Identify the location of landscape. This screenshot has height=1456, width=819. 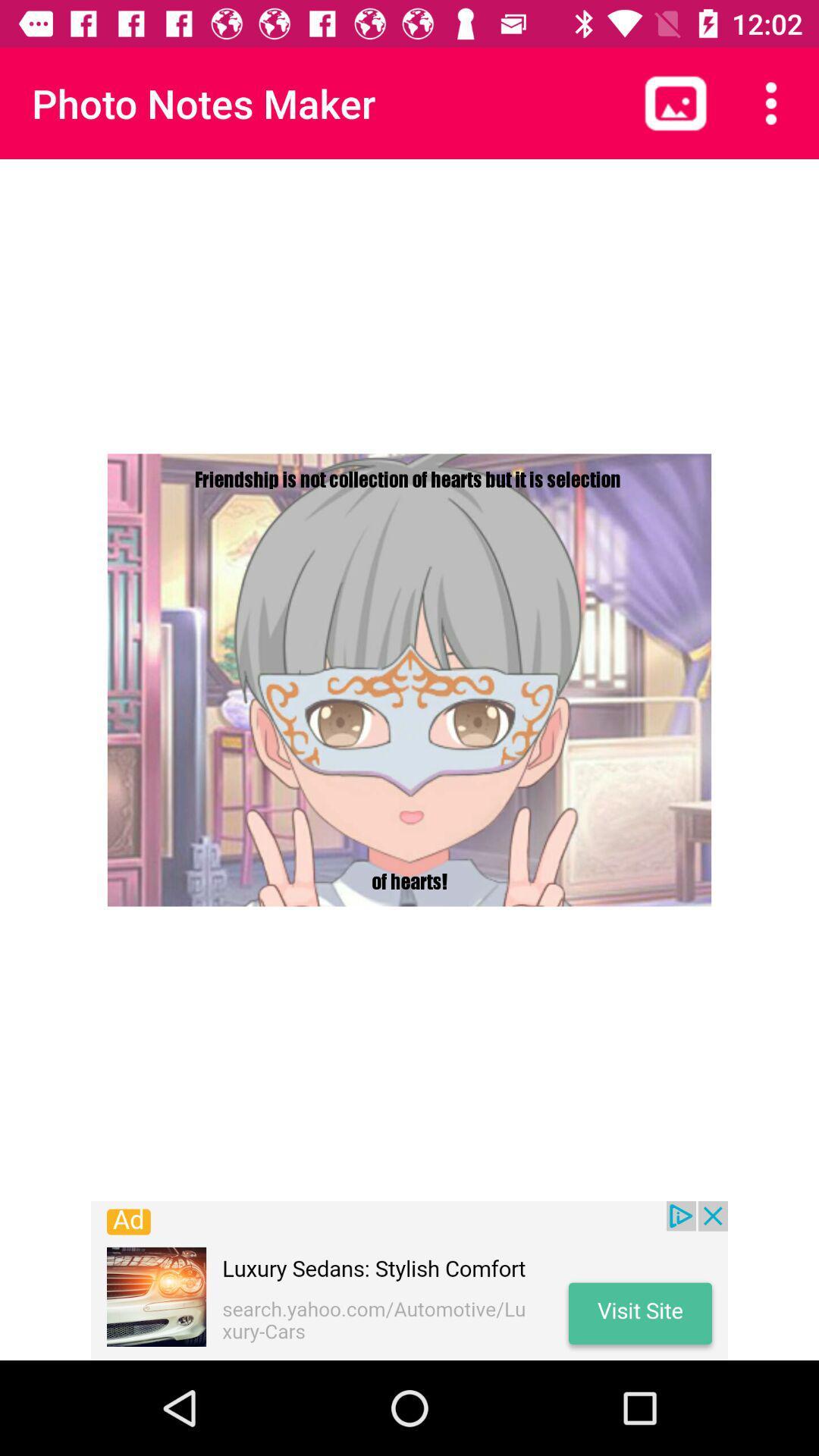
(675, 102).